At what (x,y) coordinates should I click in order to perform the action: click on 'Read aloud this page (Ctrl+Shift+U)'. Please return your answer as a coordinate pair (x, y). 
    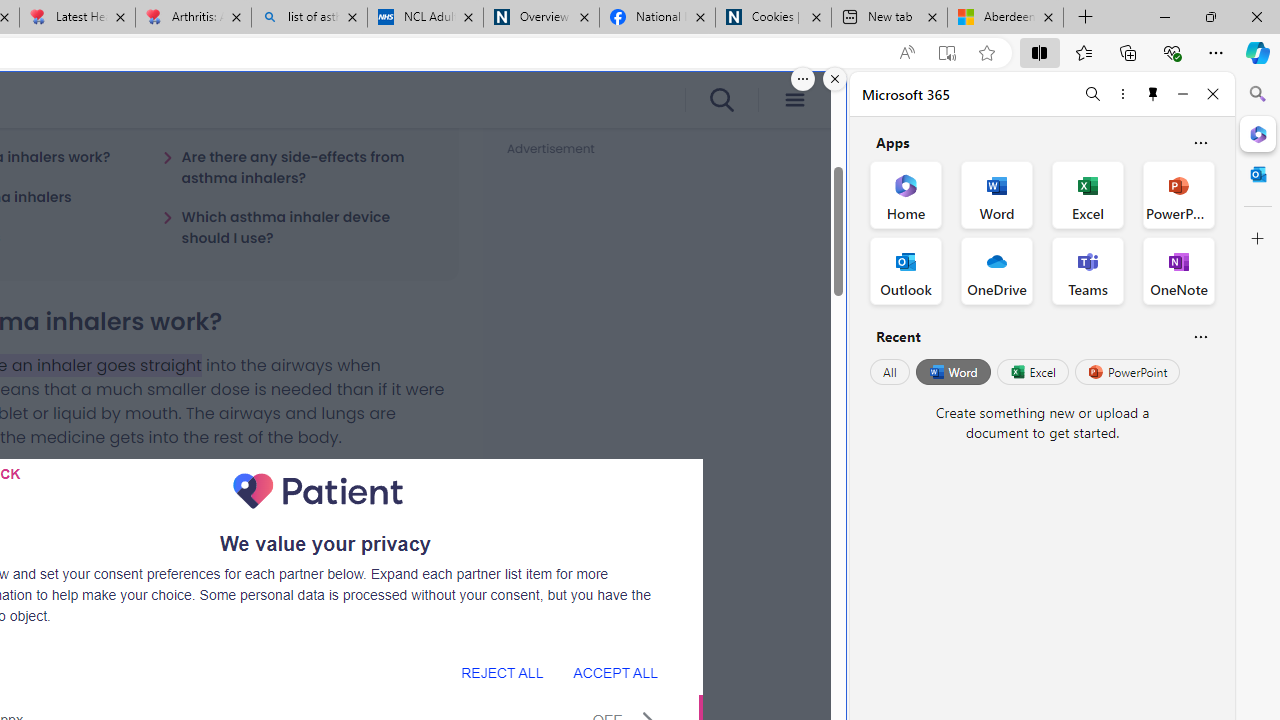
    Looking at the image, I should click on (905, 52).